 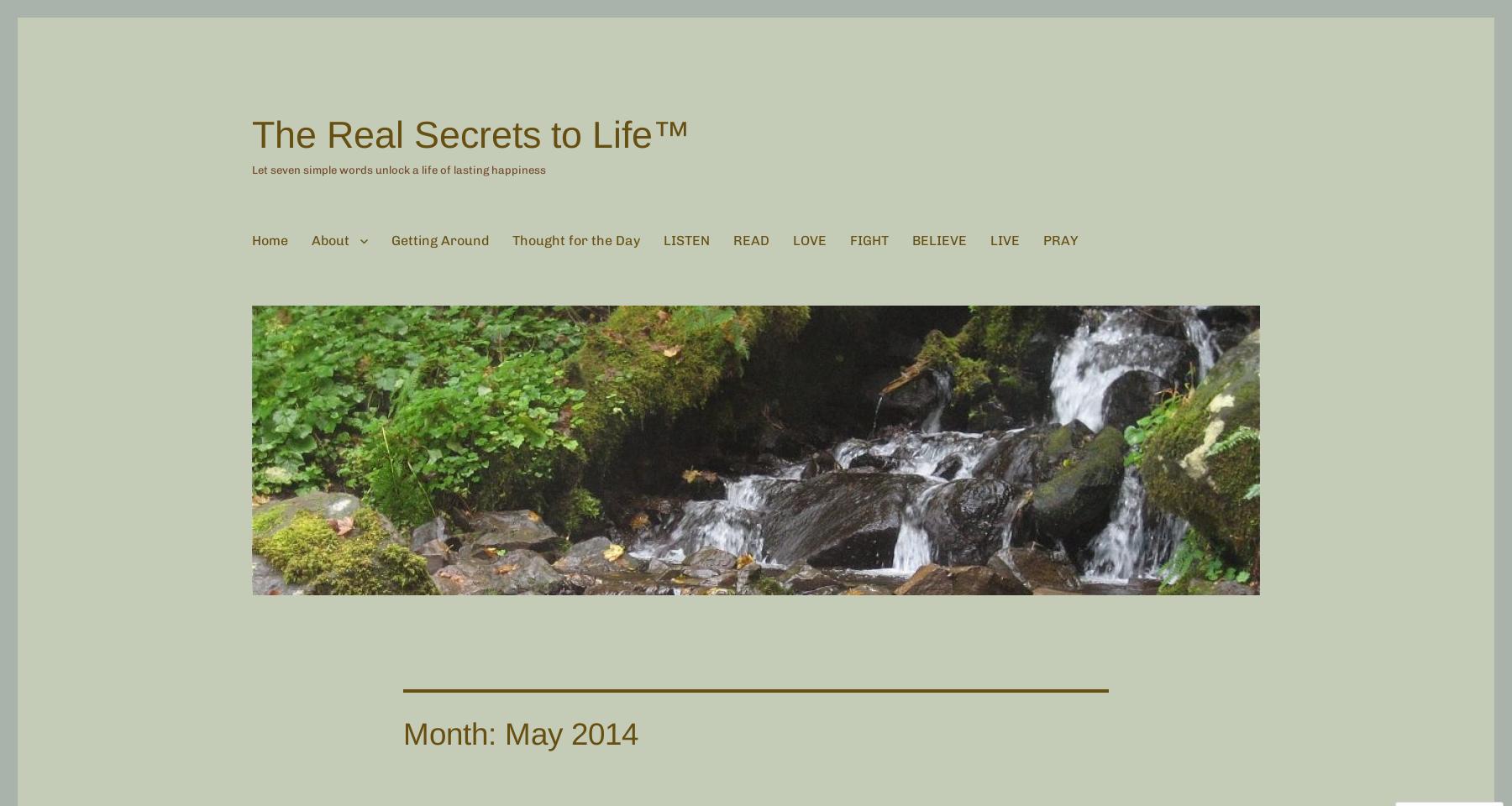 What do you see at coordinates (809, 239) in the screenshot?
I see `'LOVE'` at bounding box center [809, 239].